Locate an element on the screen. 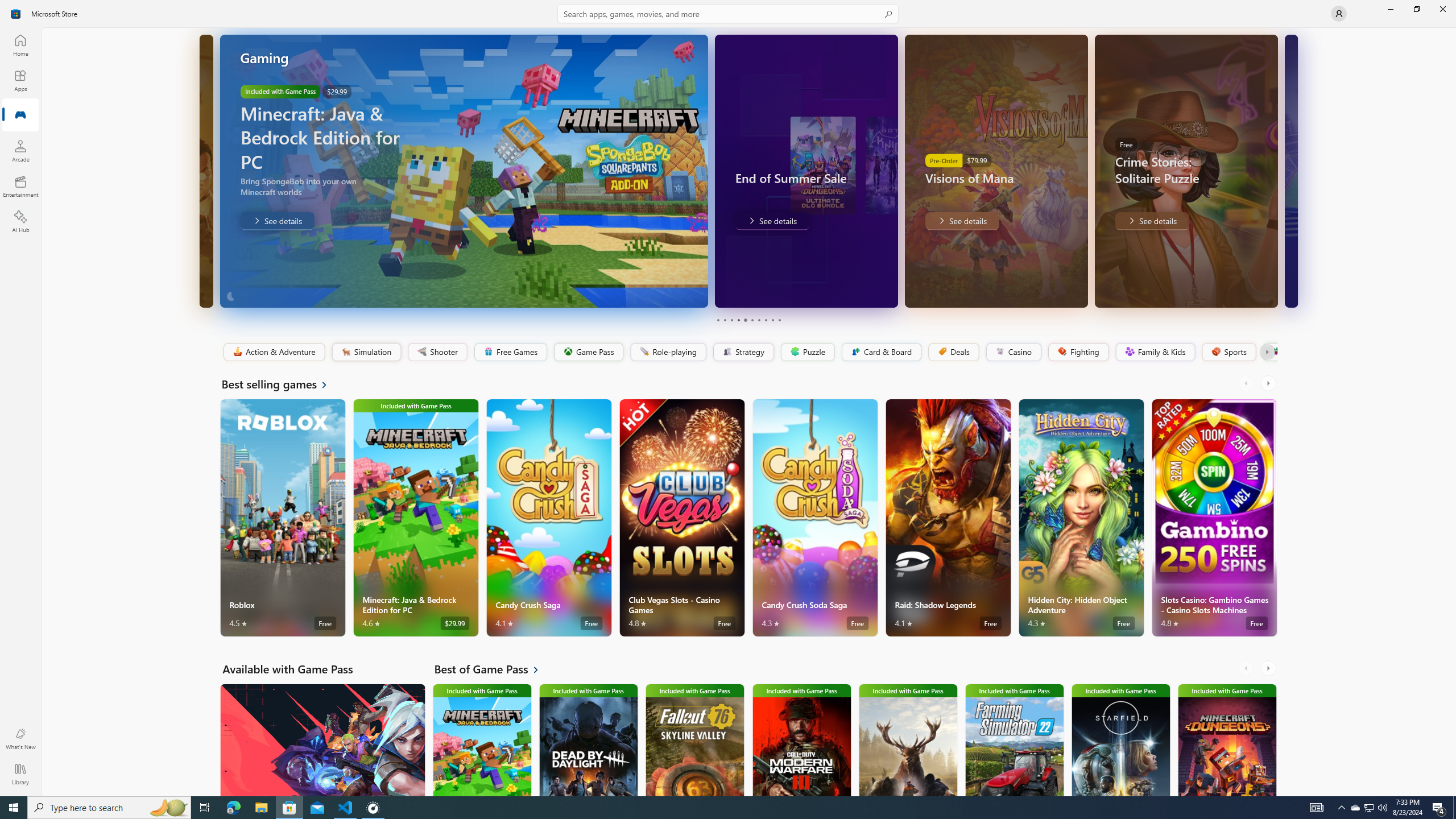  'Search' is located at coordinates (728, 13).